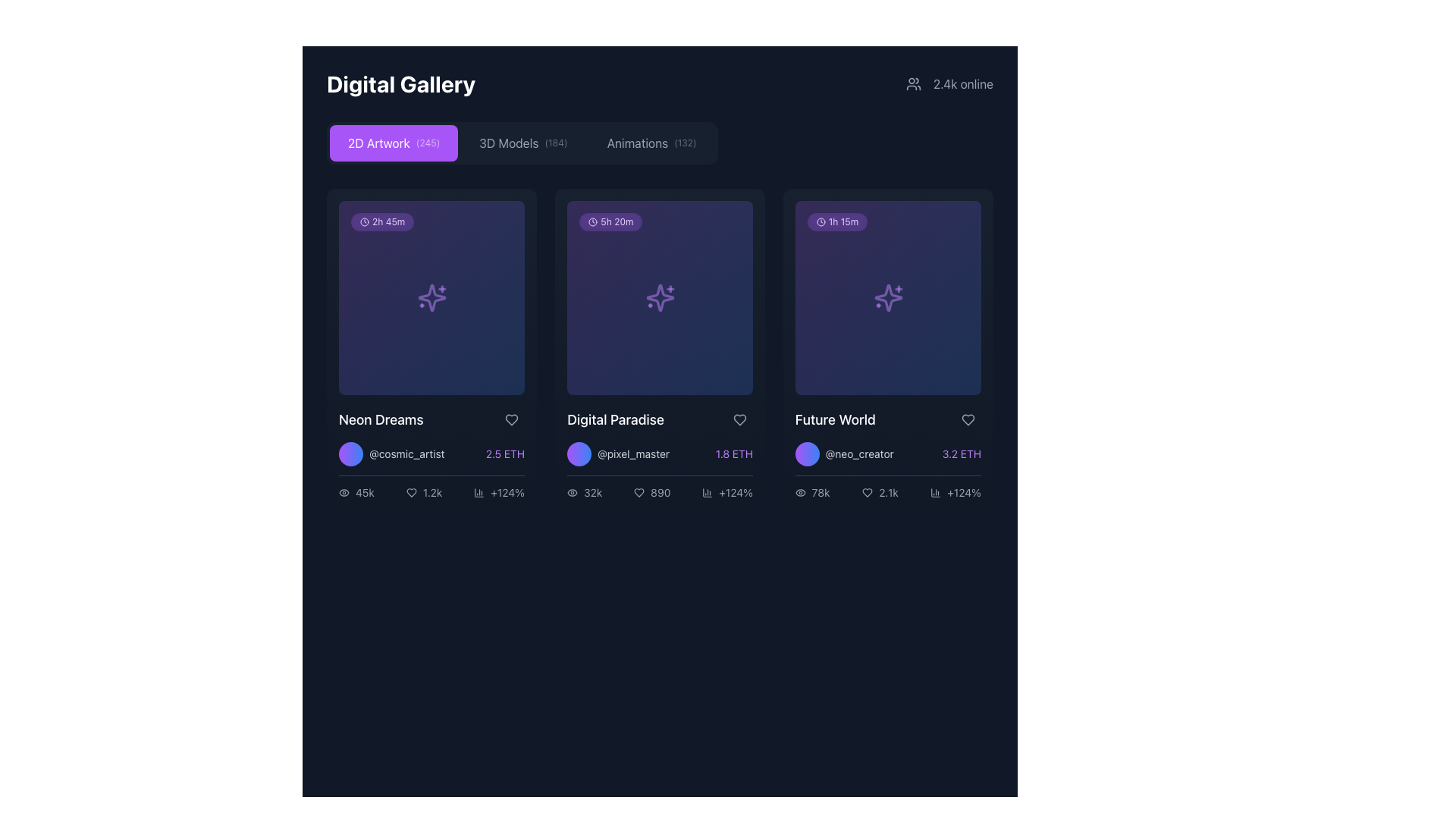  What do you see at coordinates (381, 420) in the screenshot?
I see `the text label displaying 'Neon Dreams' in medium, white font, located in the first column of the grid layout under the large preview thumbnail` at bounding box center [381, 420].